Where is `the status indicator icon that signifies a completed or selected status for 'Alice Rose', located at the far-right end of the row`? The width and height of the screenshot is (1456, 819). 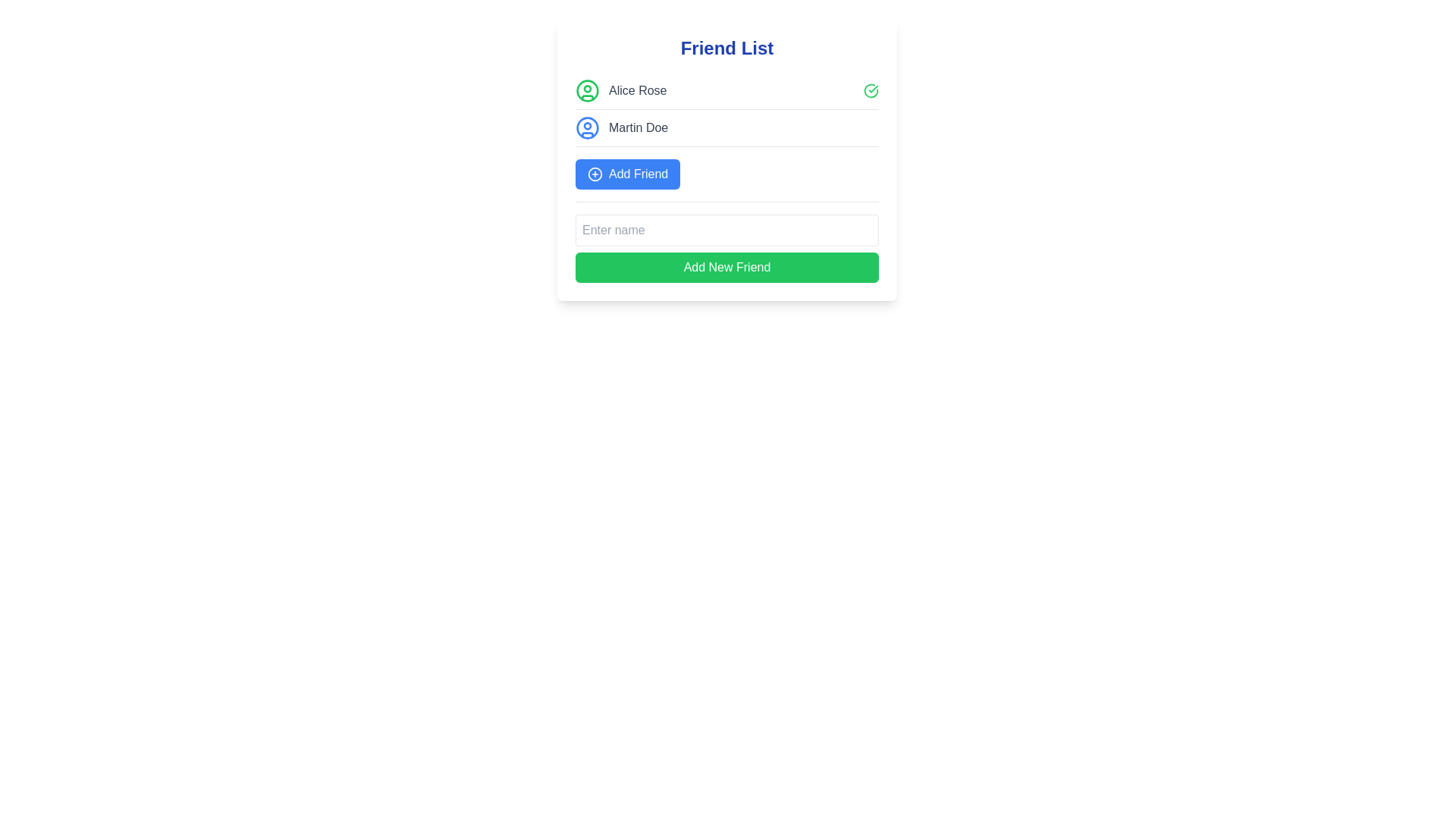 the status indicator icon that signifies a completed or selected status for 'Alice Rose', located at the far-right end of the row is located at coordinates (871, 90).